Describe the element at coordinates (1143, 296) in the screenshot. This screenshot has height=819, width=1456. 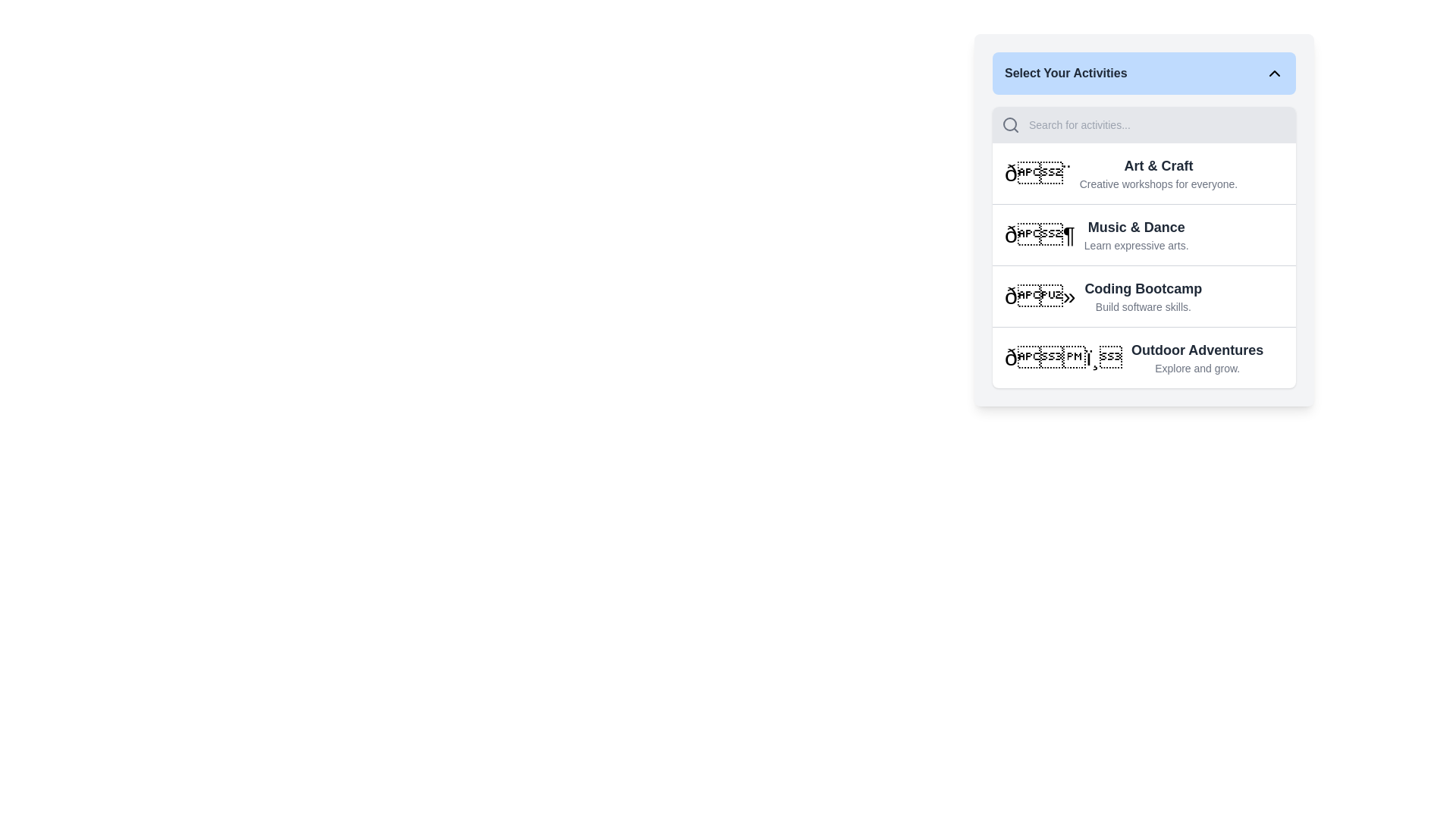
I see `the 'Coding Bootcamp' text in the third item of the vertical list` at that location.